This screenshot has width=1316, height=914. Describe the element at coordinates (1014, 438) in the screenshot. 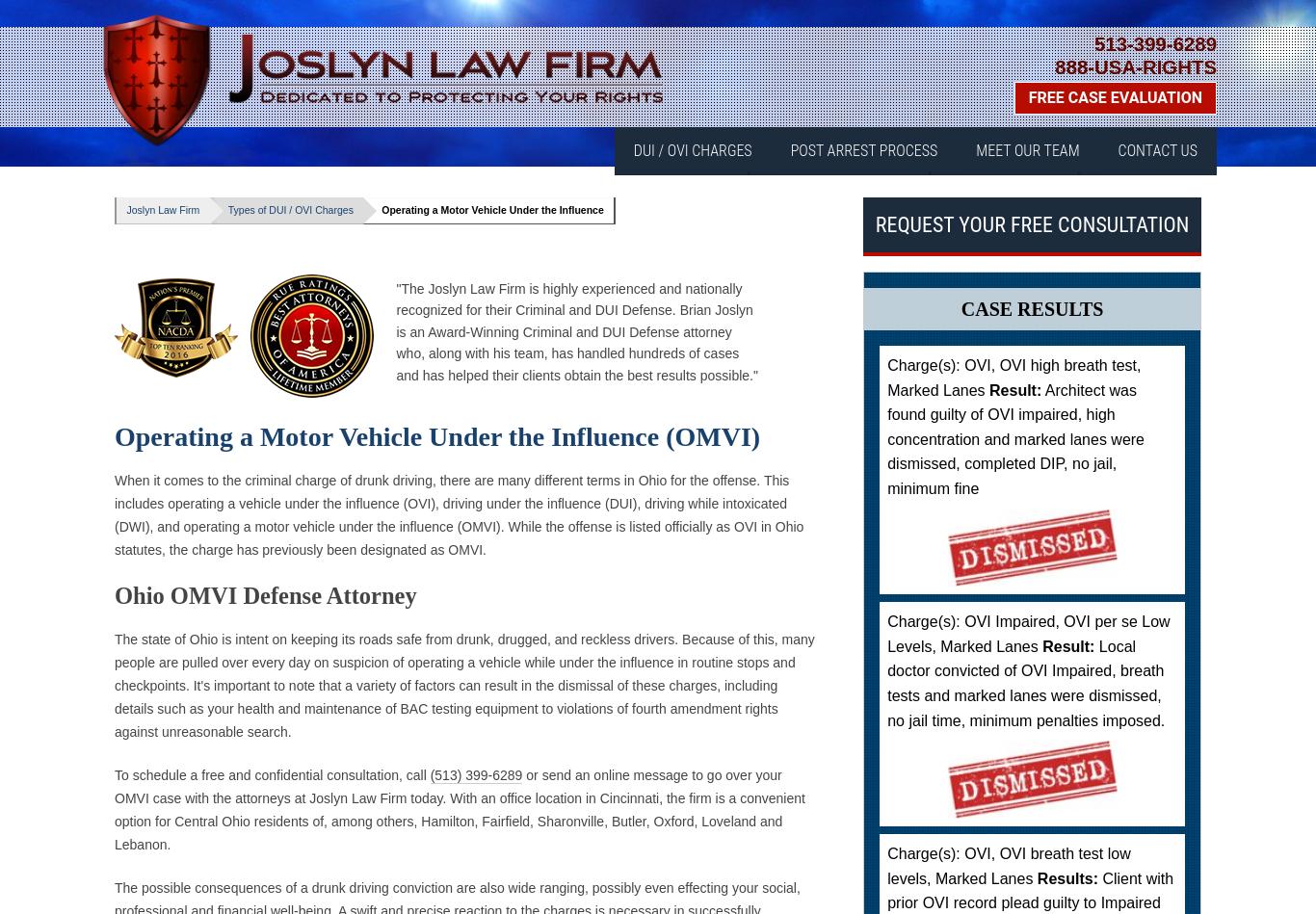

I see `'Architect was found guilty of OVI impaired, high concentration and marked lanes were dismissed, completed DIP, no jail, minimum fine'` at that location.